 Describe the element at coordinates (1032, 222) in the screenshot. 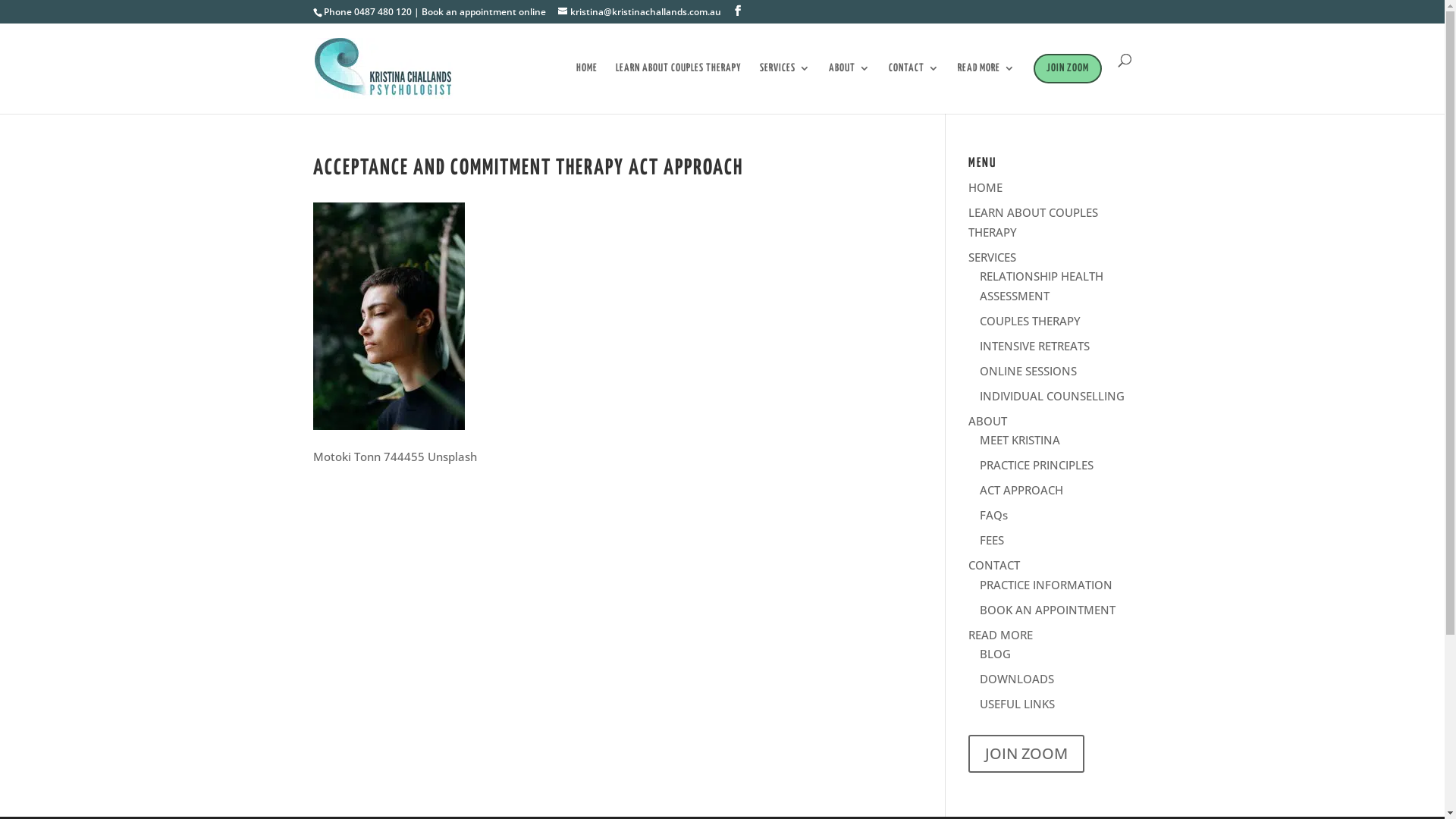

I see `'LEARN ABOUT COUPLES THERAPY'` at that location.